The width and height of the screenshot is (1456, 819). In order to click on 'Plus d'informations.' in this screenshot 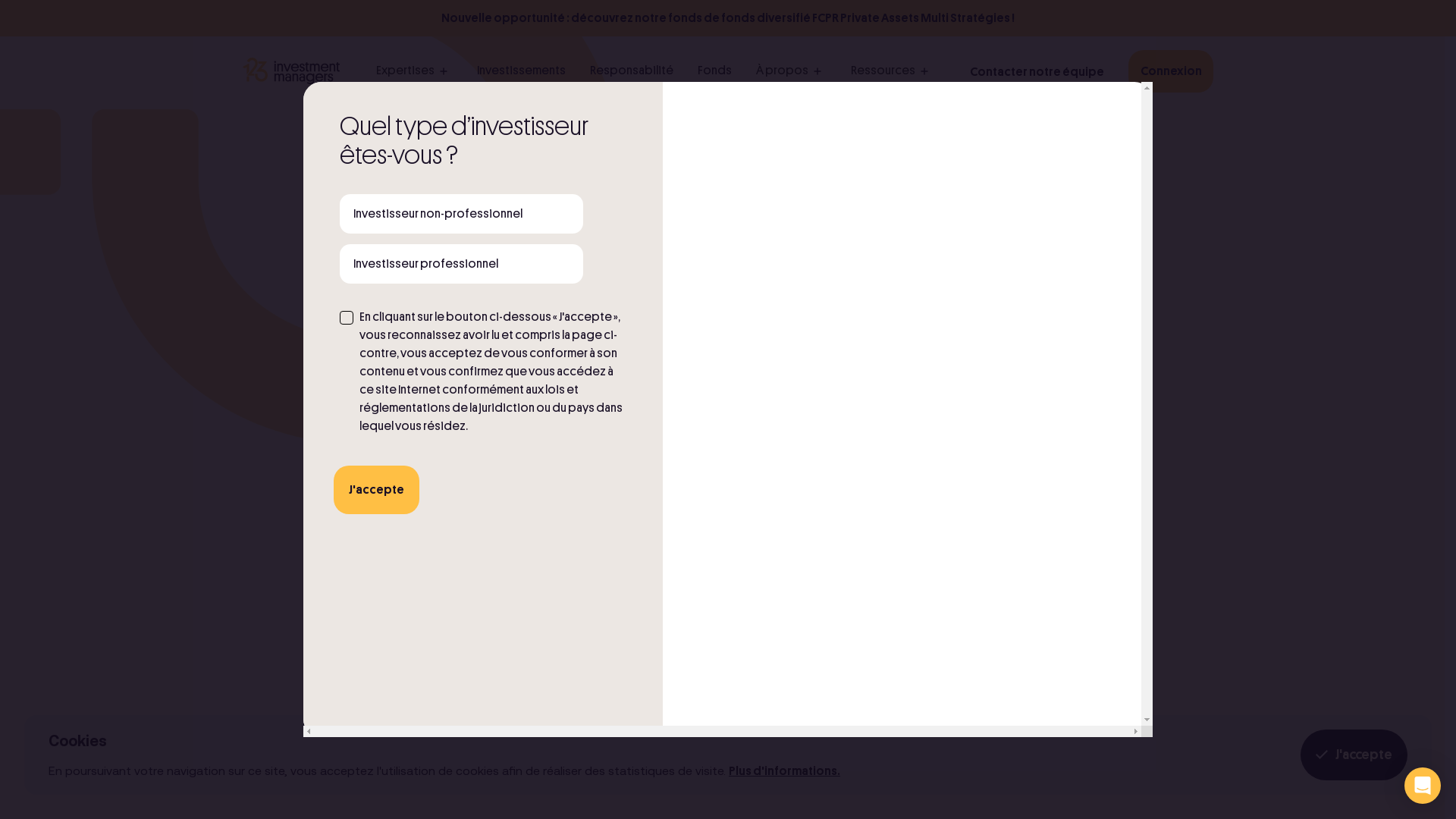, I will do `click(784, 771)`.